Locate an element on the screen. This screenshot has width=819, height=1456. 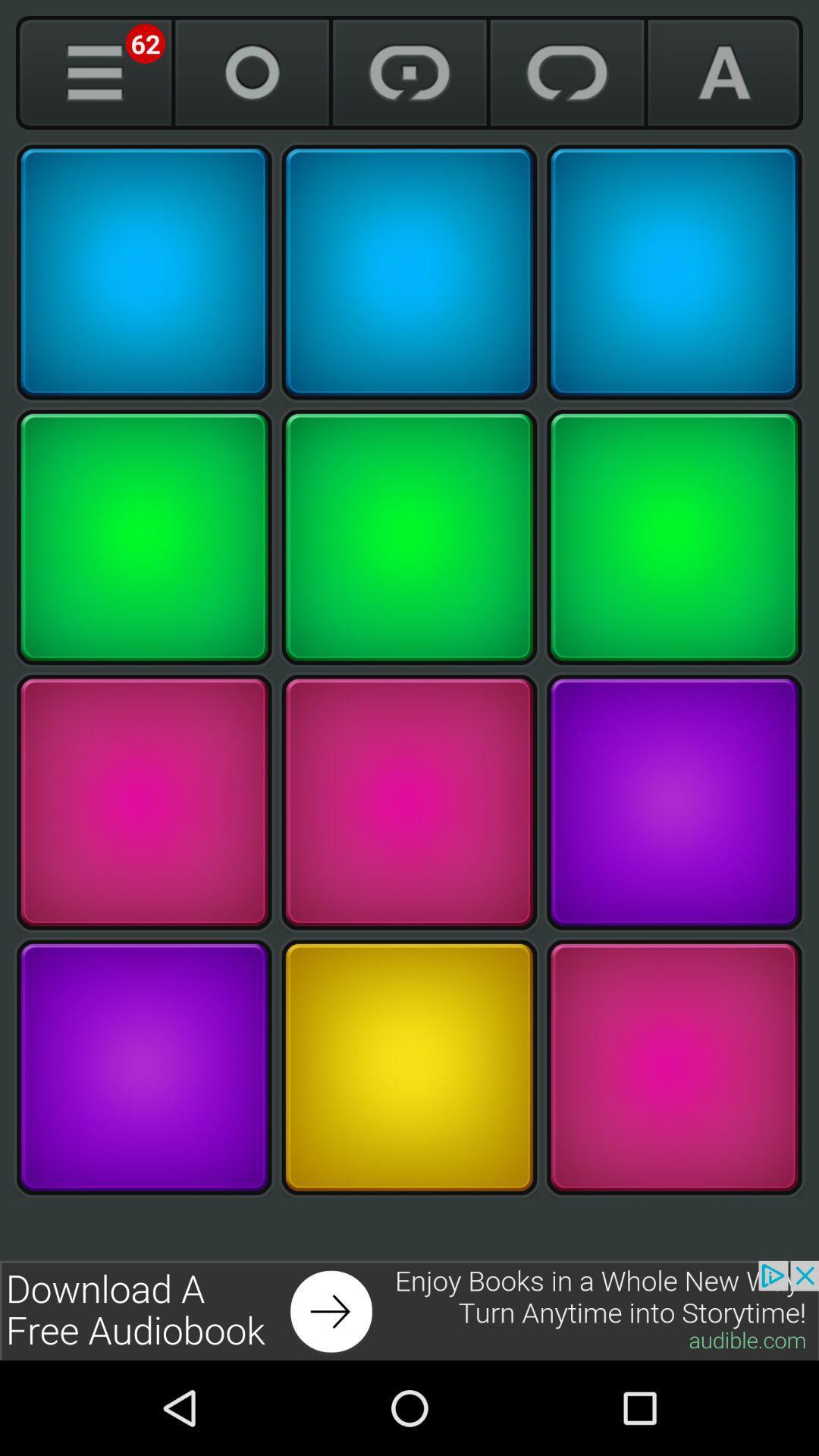
blue color is located at coordinates (673, 272).